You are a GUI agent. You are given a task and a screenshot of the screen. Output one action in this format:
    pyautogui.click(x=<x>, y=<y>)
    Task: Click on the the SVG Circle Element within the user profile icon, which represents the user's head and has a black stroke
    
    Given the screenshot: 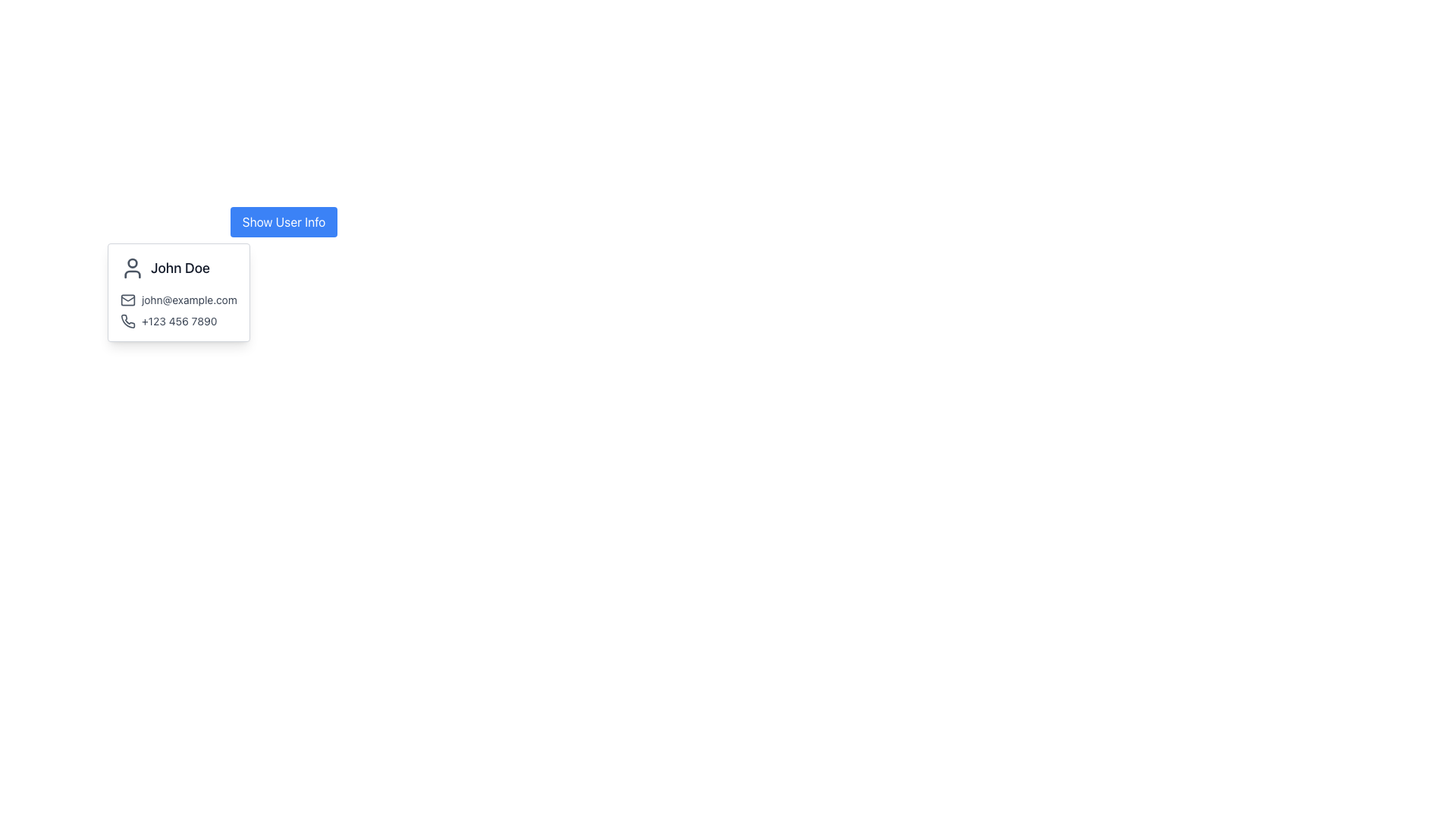 What is the action you would take?
    pyautogui.click(x=132, y=262)
    